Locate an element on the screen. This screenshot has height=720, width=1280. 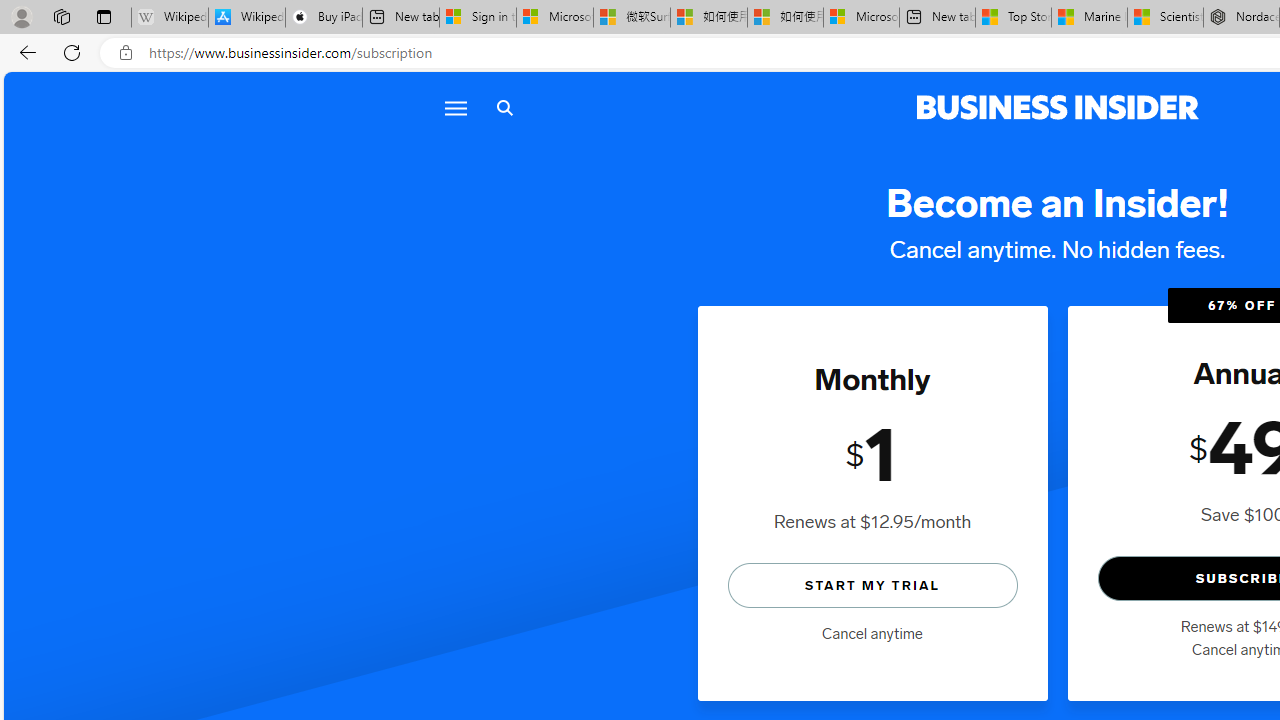
'Business Insider logo' is located at coordinates (1056, 107).